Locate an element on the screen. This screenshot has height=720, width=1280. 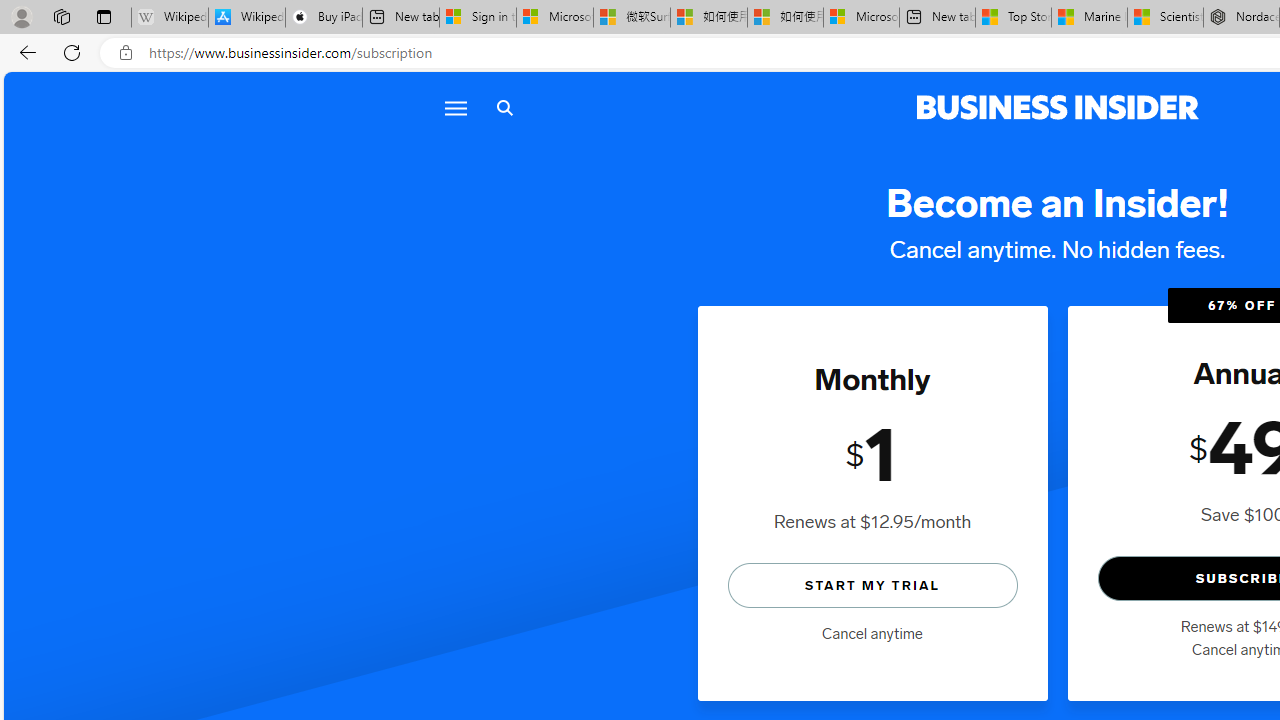
'Business Insider logo' is located at coordinates (1056, 107).